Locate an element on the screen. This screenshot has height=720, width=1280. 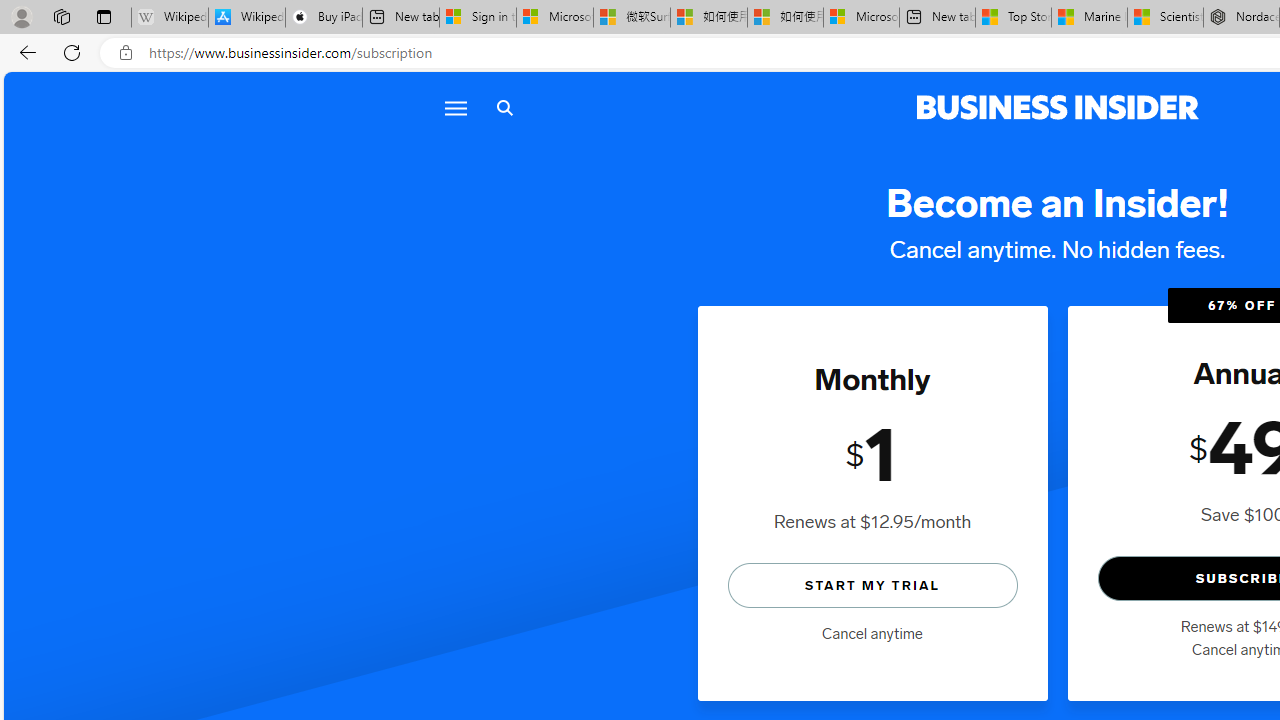
'Business Insider logo' is located at coordinates (1056, 107).